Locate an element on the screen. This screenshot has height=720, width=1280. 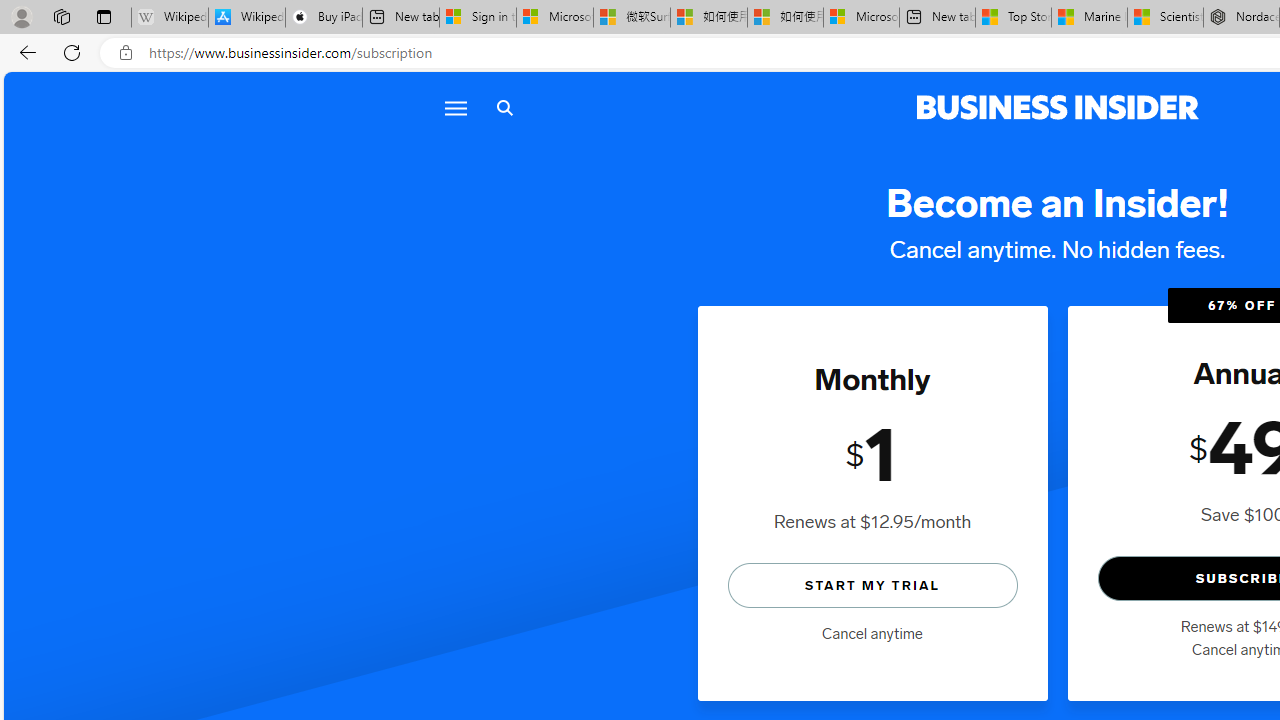
'Business Insider logo' is located at coordinates (1056, 107).